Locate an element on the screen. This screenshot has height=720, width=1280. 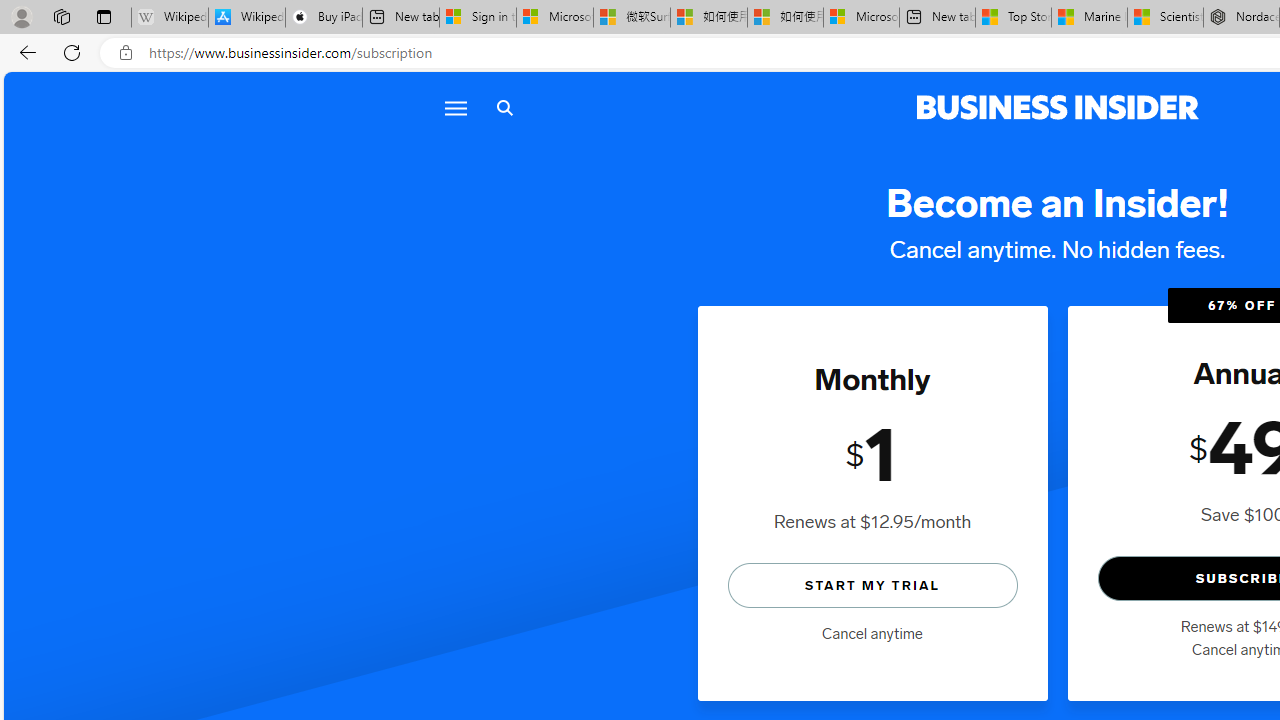
'Business Insider logo' is located at coordinates (1056, 107).